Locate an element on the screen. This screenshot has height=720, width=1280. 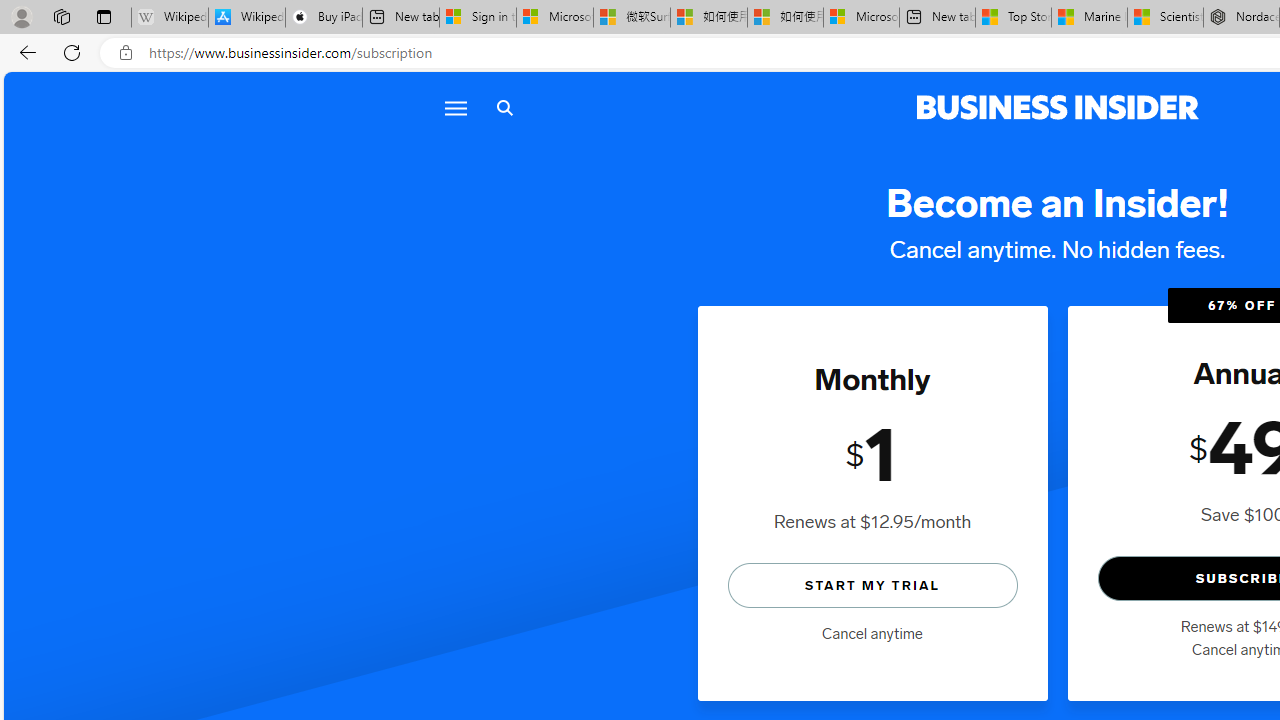
'Business Insider logo' is located at coordinates (1056, 107).